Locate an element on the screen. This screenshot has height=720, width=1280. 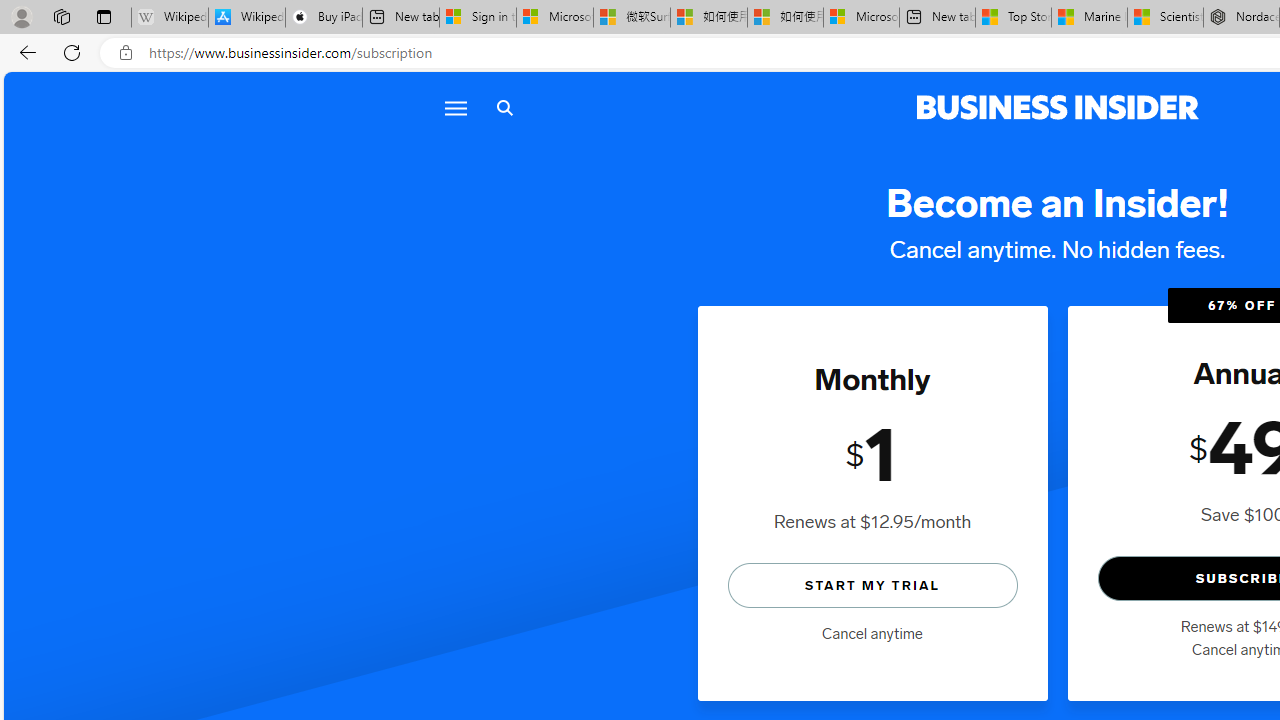
'Business Insider logo' is located at coordinates (1056, 107).